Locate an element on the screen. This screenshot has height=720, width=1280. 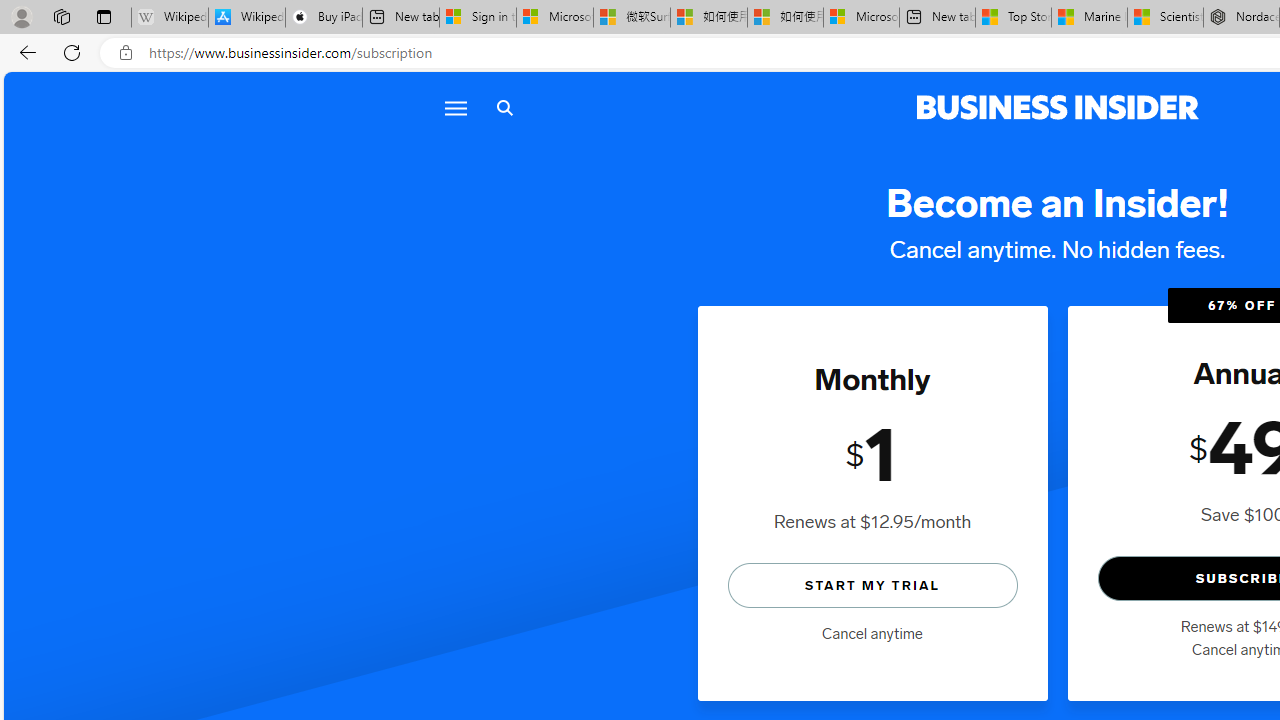
'Business Insider logo' is located at coordinates (1056, 107).